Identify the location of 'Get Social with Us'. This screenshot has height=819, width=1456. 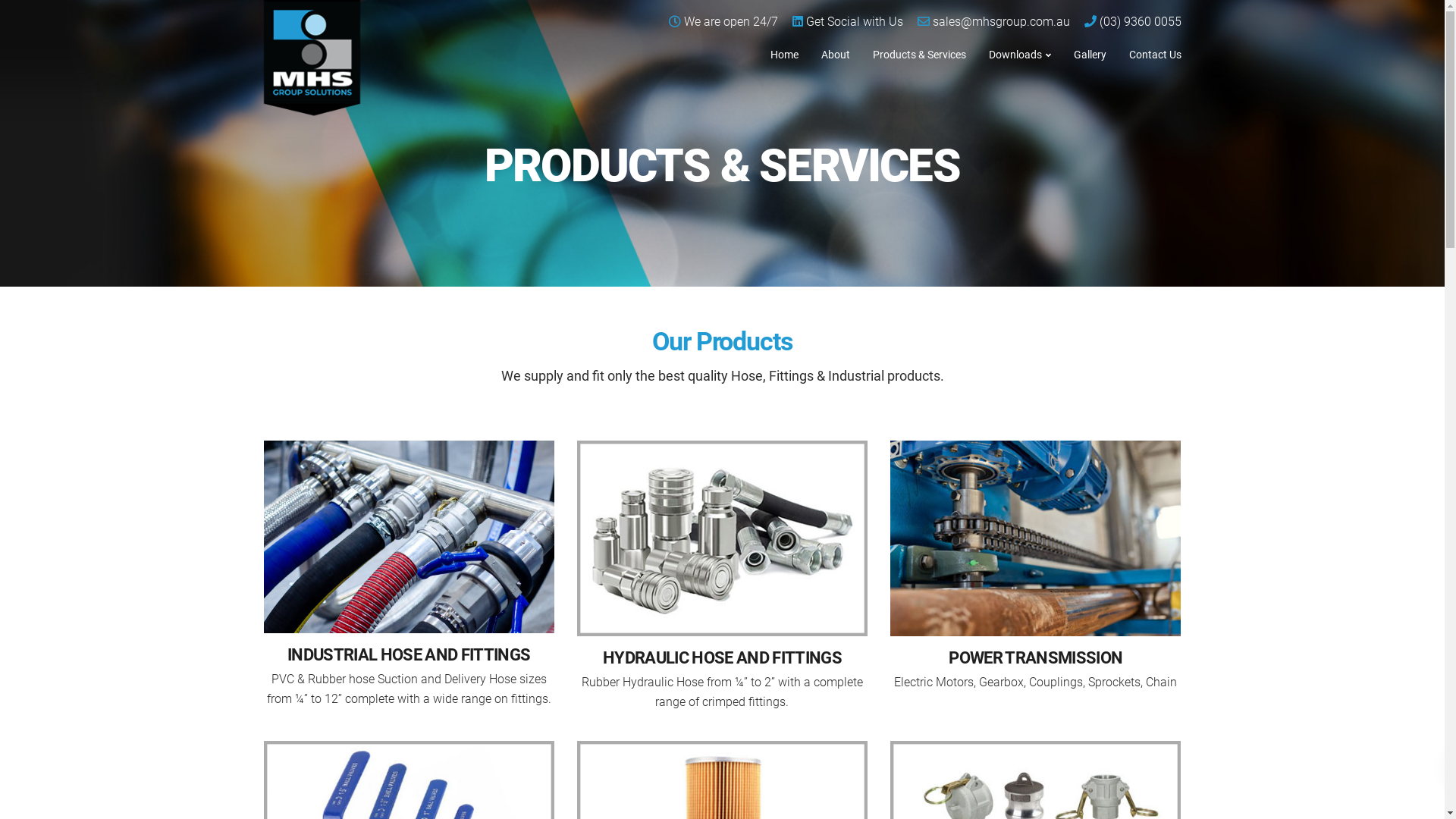
(854, 21).